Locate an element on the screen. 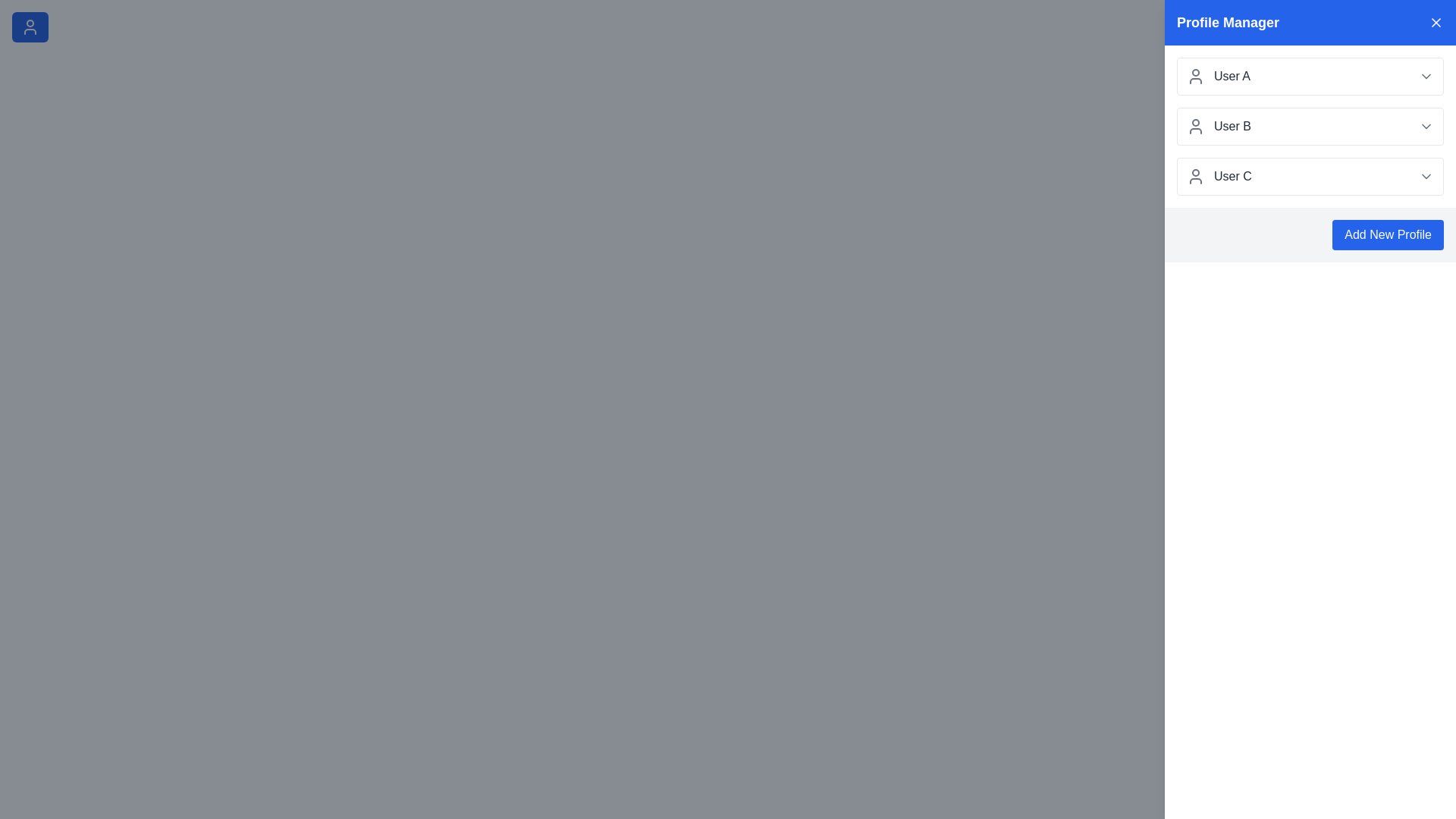  the 'User A' text label, which is bold and dark gray, positioned next to a user profile icon in the Profile Manager's list of profiles is located at coordinates (1232, 76).